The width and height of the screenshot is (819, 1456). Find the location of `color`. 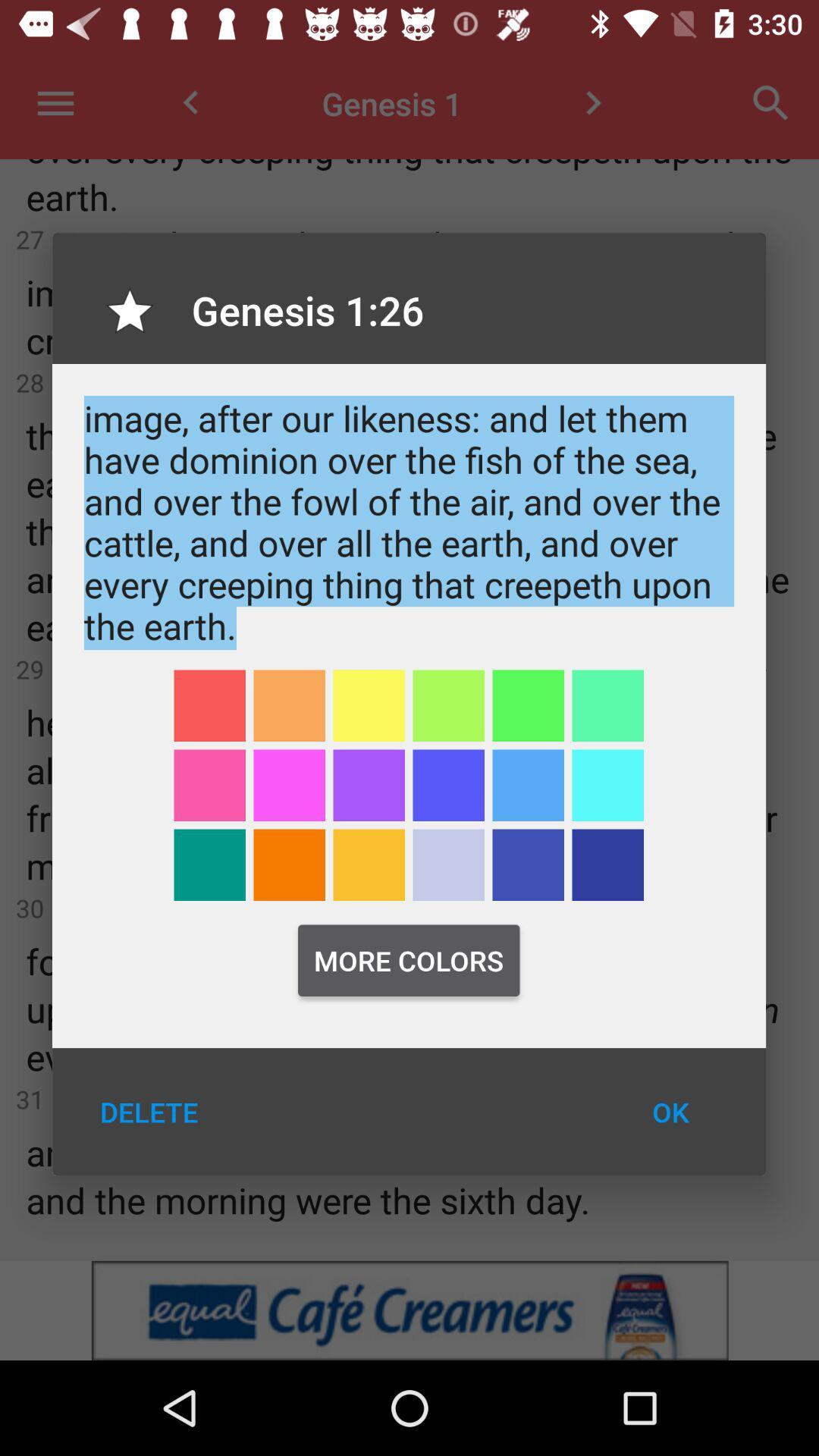

color is located at coordinates (369, 704).